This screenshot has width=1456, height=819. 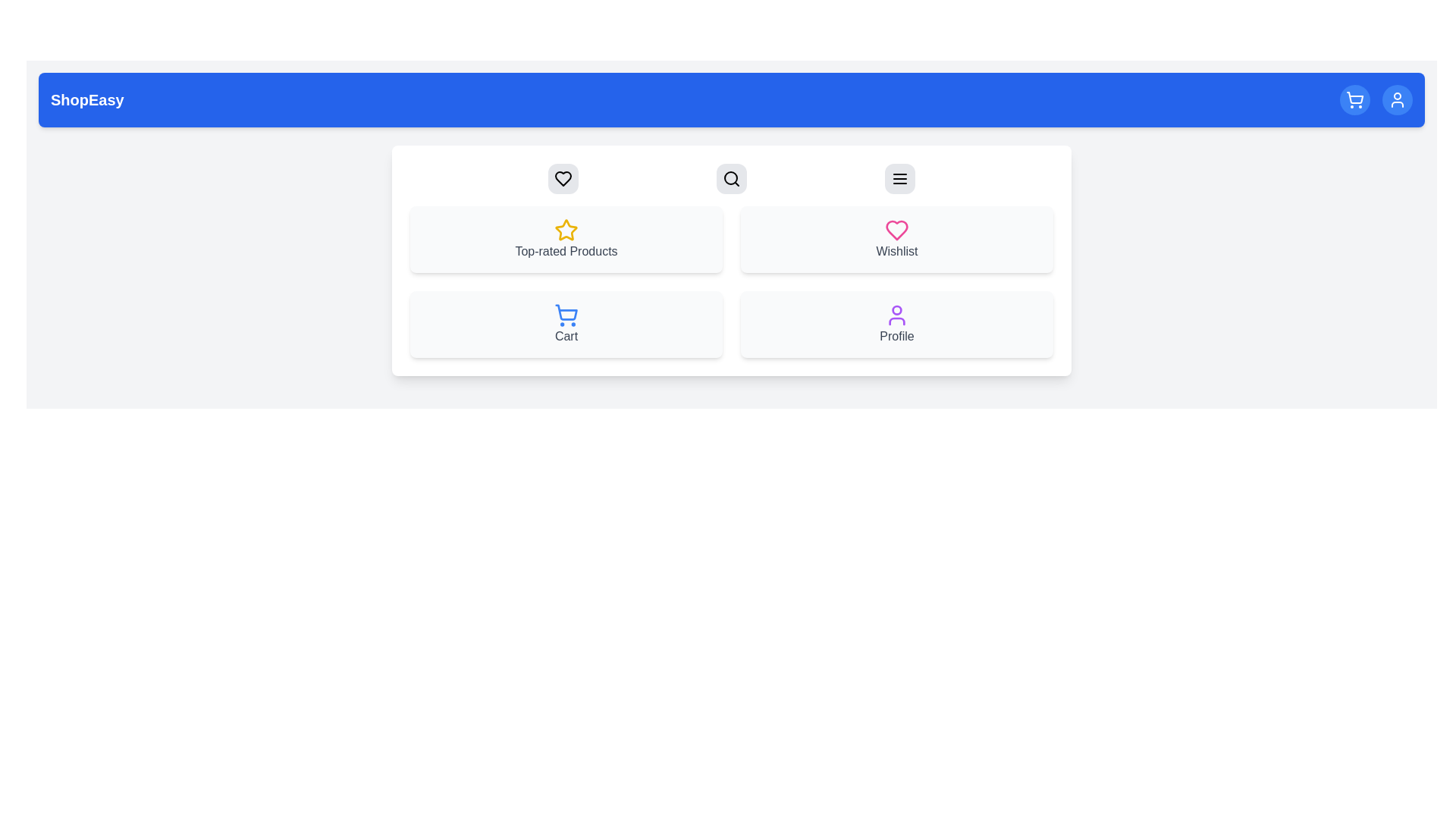 What do you see at coordinates (731, 177) in the screenshot?
I see `the search icon element, which is the third icon from the left on the navigation bar at the top of the interface` at bounding box center [731, 177].